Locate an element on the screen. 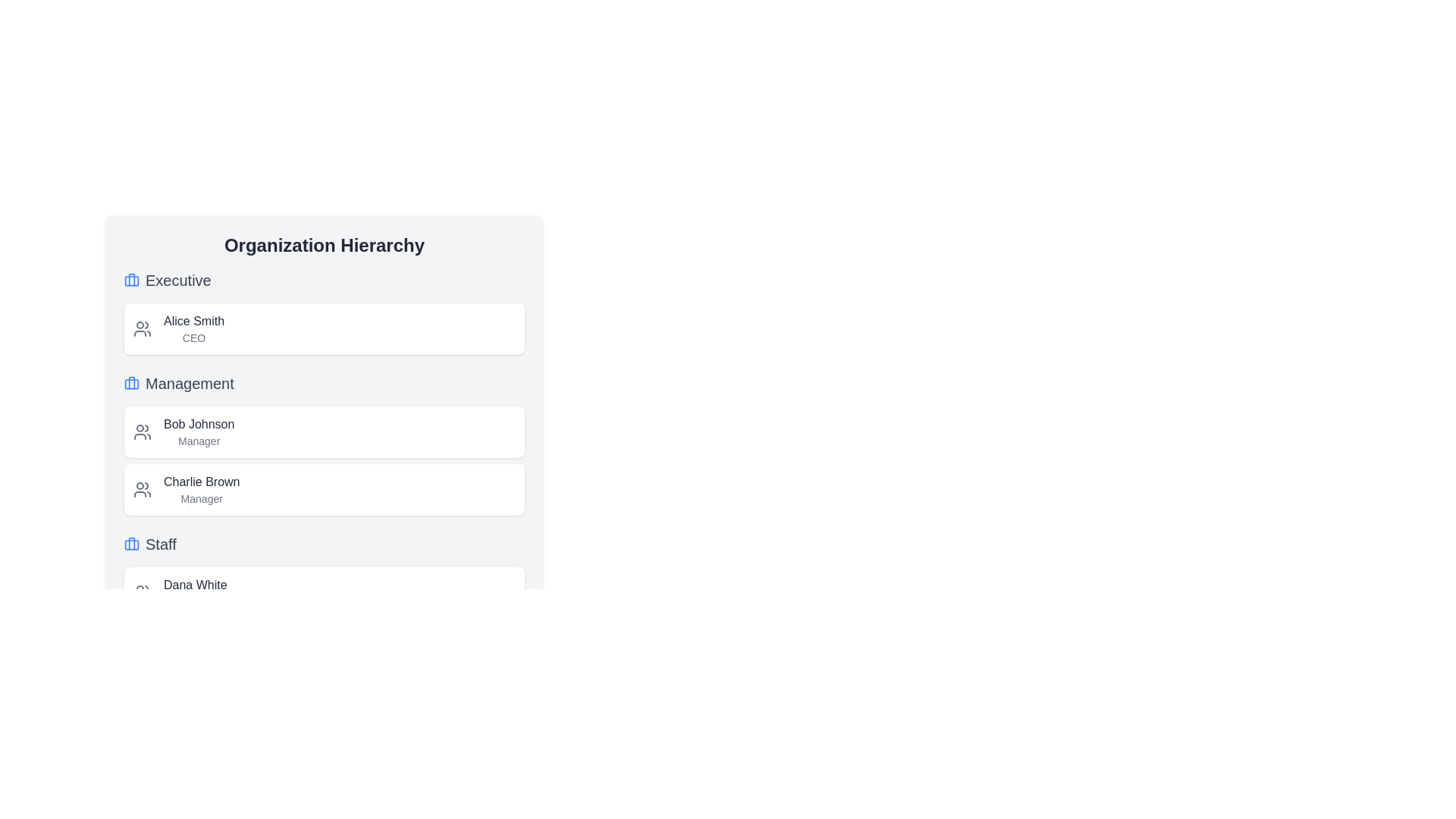  the 'Manager' text label displayed in a small gray font located below 'Charlie Brown' in the 'Management' section of the hierarchy listing interface is located at coordinates (201, 499).